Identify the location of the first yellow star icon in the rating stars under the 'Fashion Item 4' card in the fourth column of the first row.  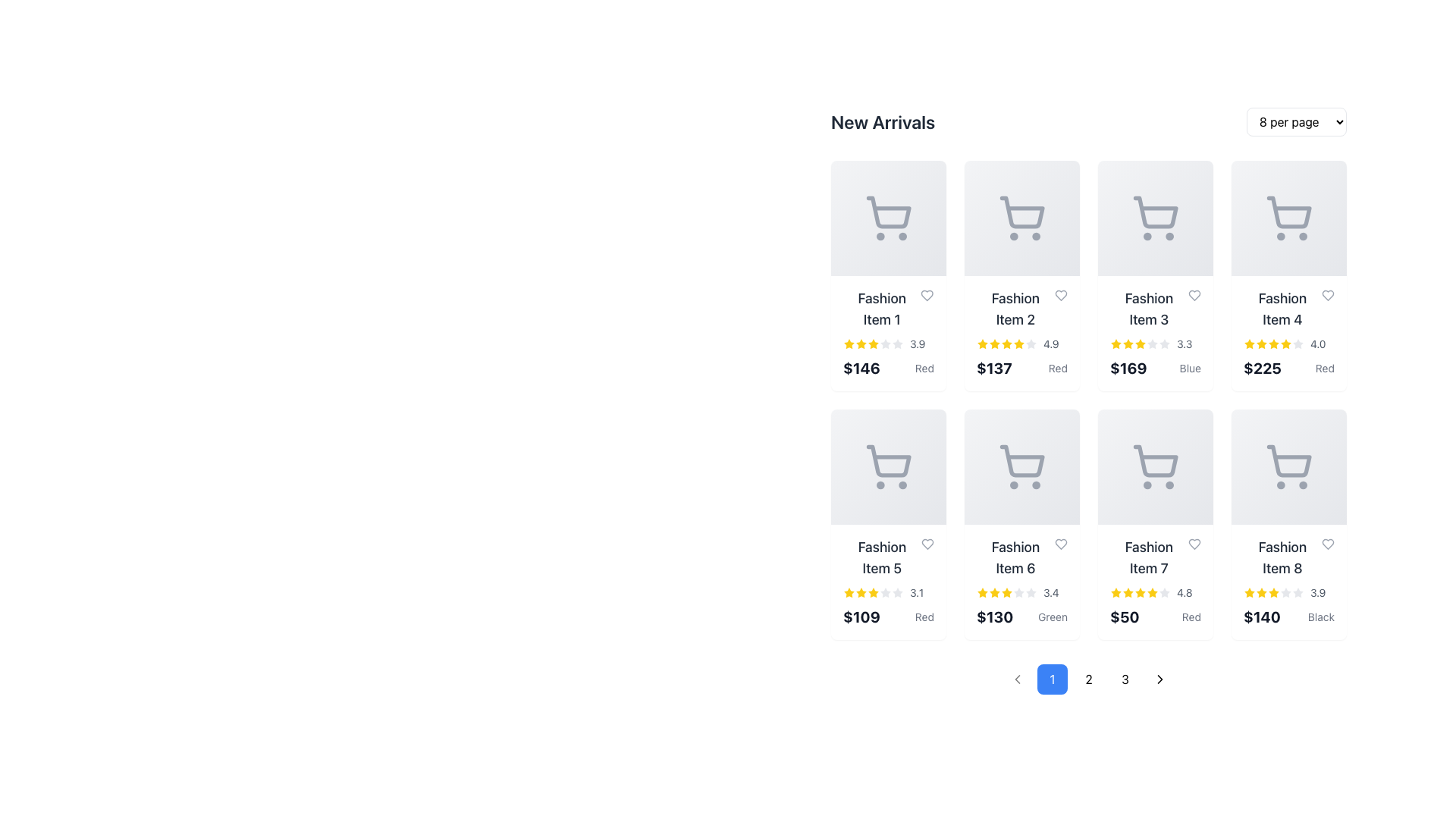
(1249, 344).